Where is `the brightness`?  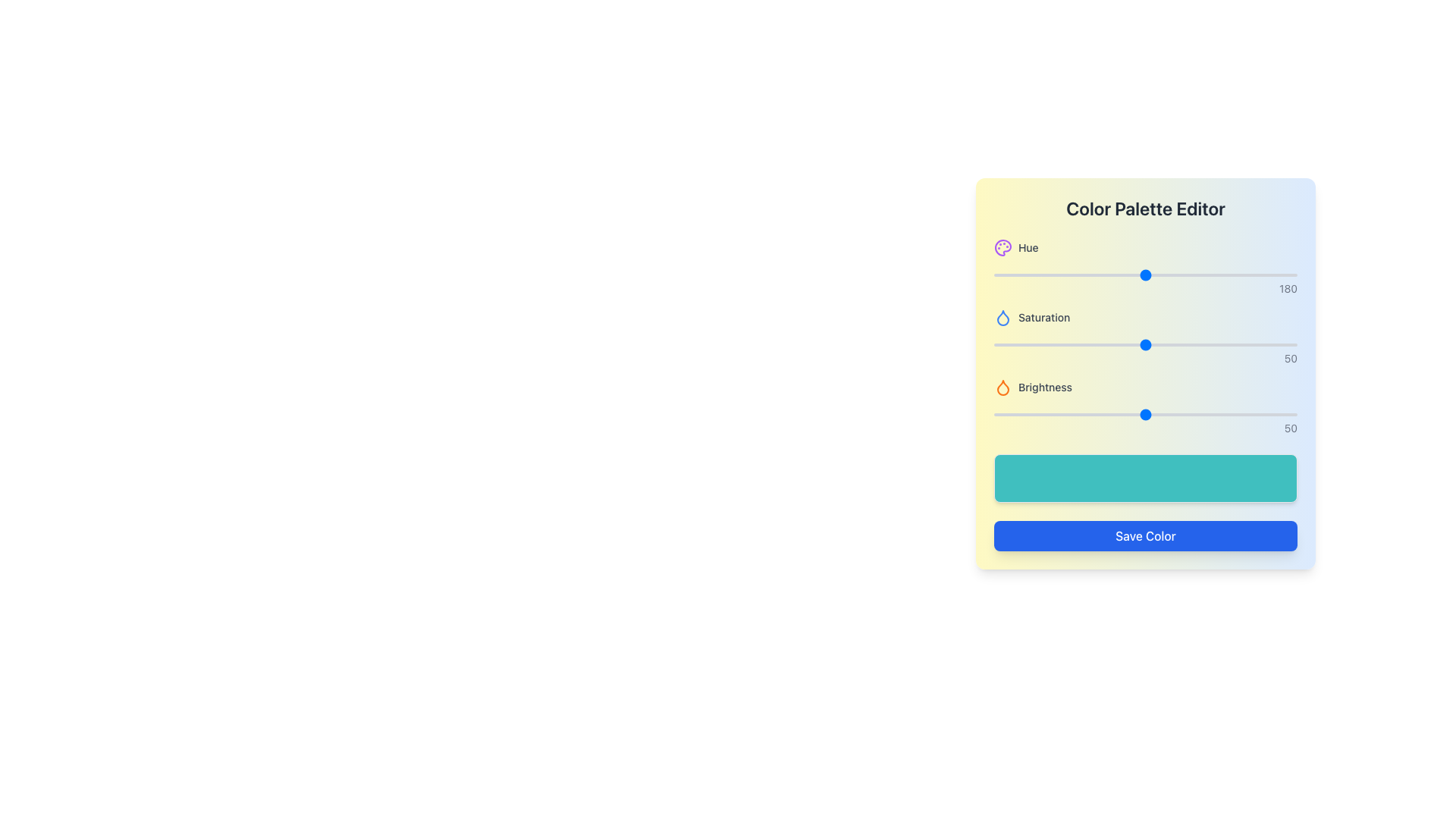 the brightness is located at coordinates (1203, 415).